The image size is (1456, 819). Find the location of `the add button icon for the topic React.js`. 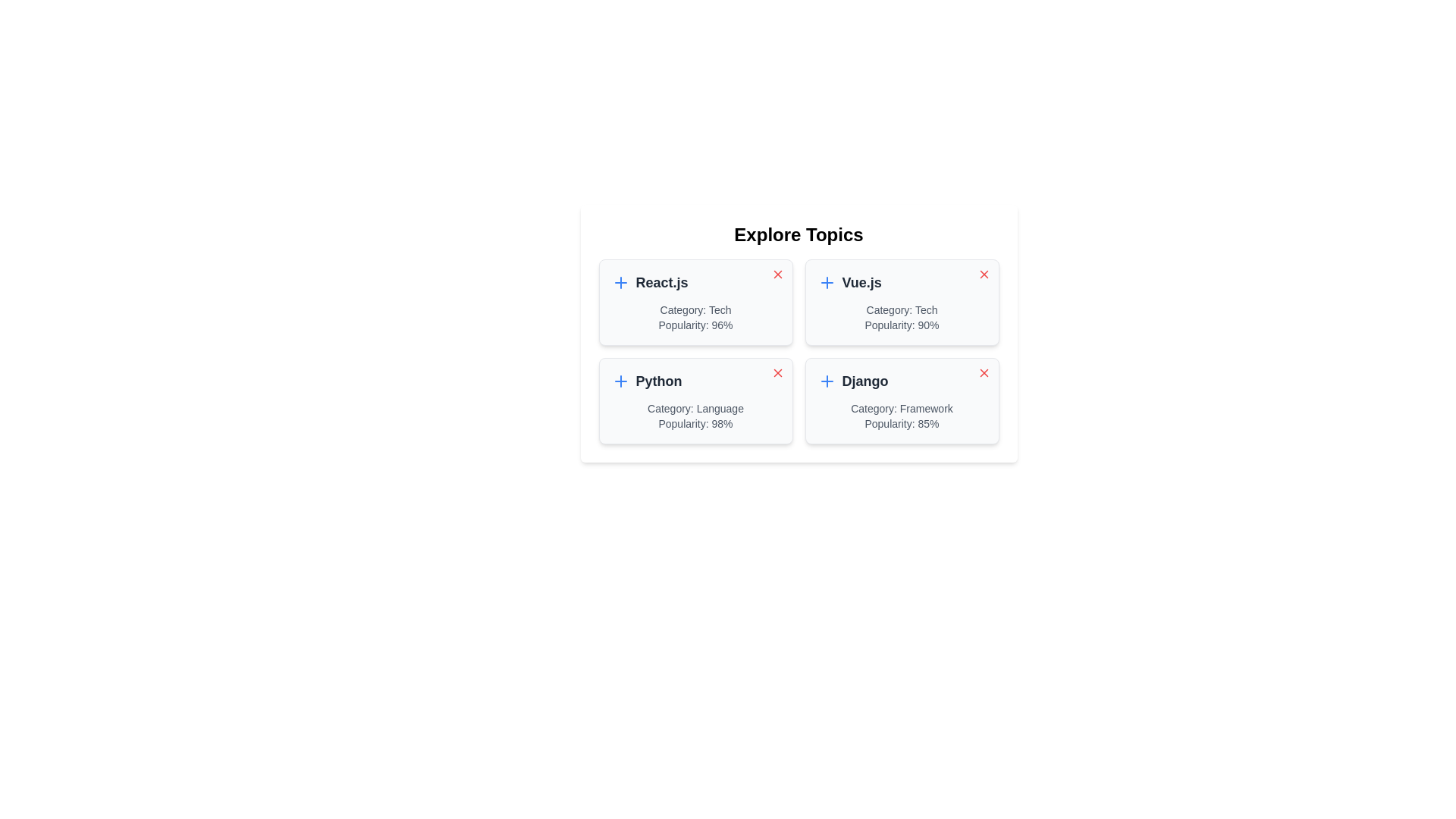

the add button icon for the topic React.js is located at coordinates (620, 283).